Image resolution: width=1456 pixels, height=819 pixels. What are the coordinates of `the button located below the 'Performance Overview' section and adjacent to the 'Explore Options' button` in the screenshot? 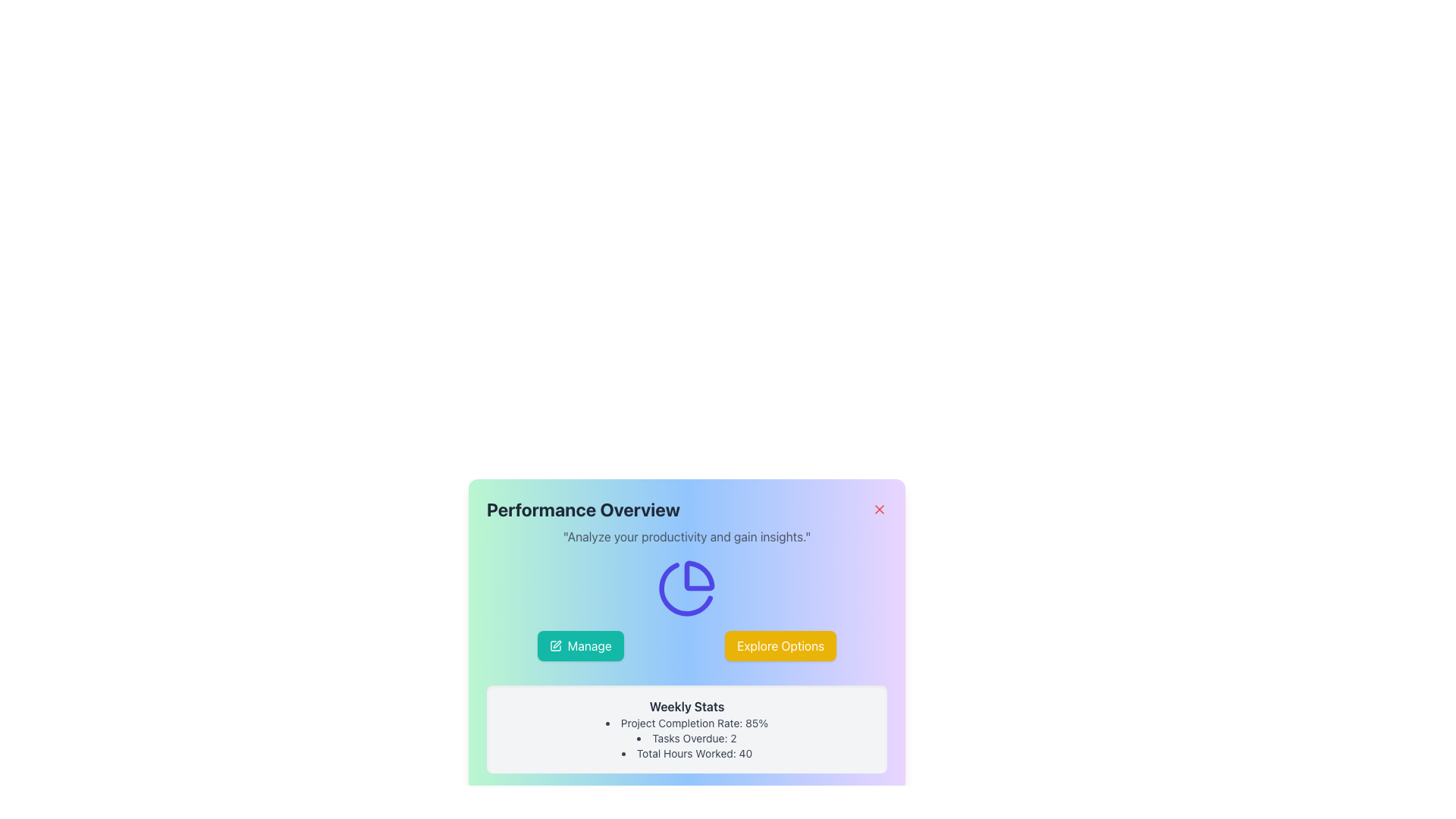 It's located at (579, 646).